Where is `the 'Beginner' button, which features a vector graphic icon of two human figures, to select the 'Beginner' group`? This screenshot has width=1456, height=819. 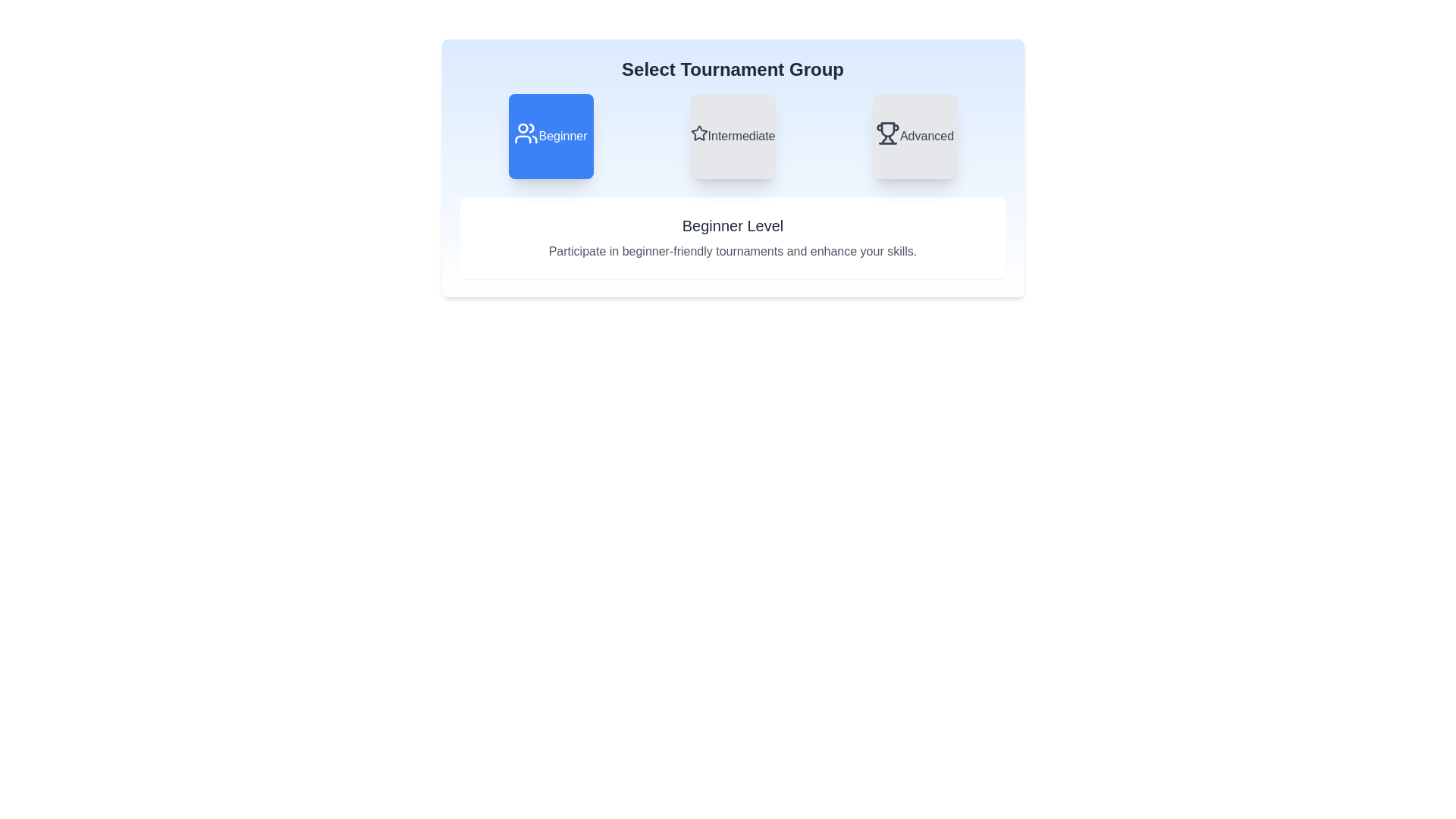 the 'Beginner' button, which features a vector graphic icon of two human figures, to select the 'Beginner' group is located at coordinates (526, 133).